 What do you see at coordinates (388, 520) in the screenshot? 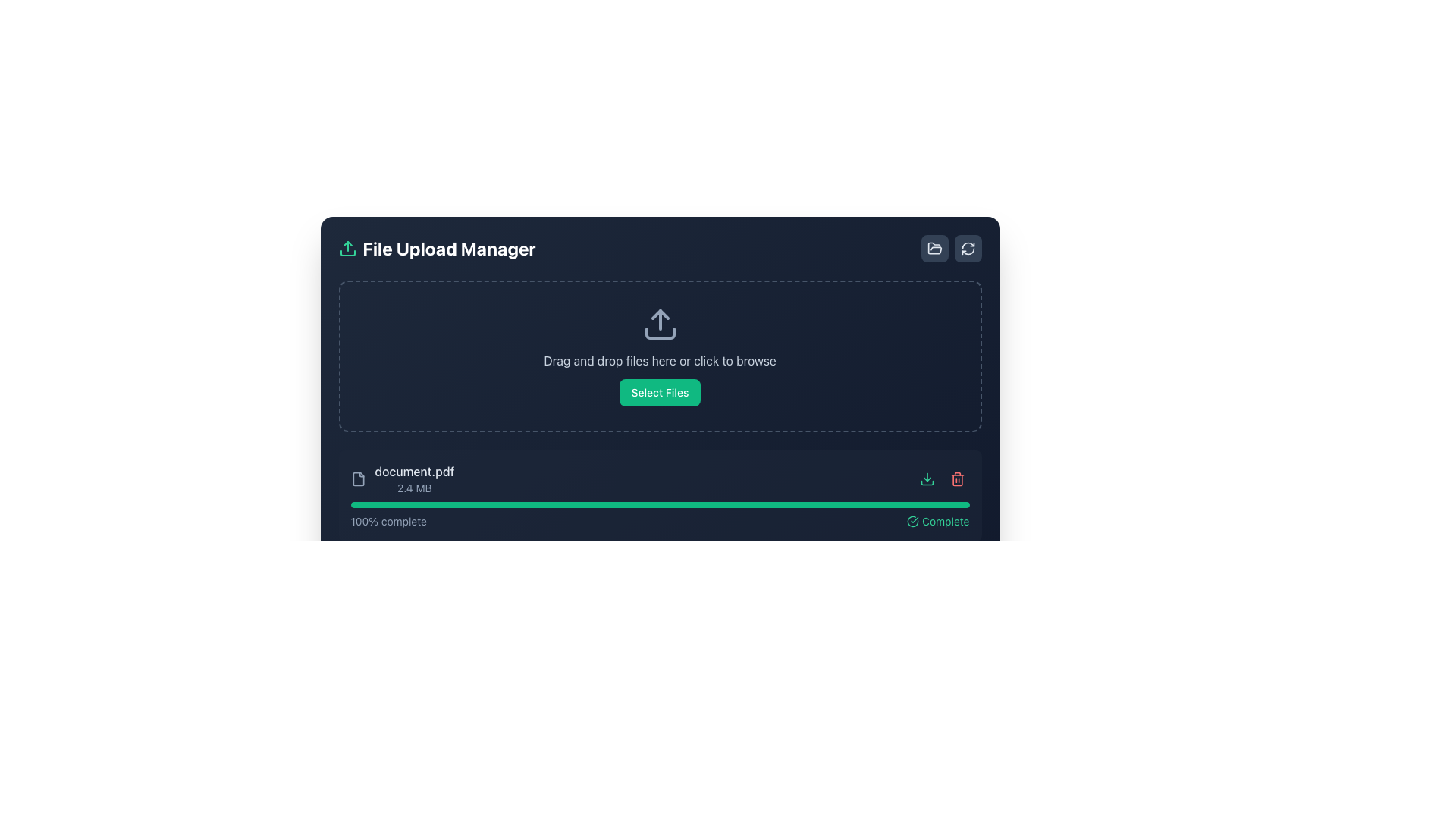
I see `the text label displaying '100% complete' in light slate gray, which is part of the feedback section indicating progress, located at the lower section of the UI, aligned to the left side beneath a green progress bar` at bounding box center [388, 520].